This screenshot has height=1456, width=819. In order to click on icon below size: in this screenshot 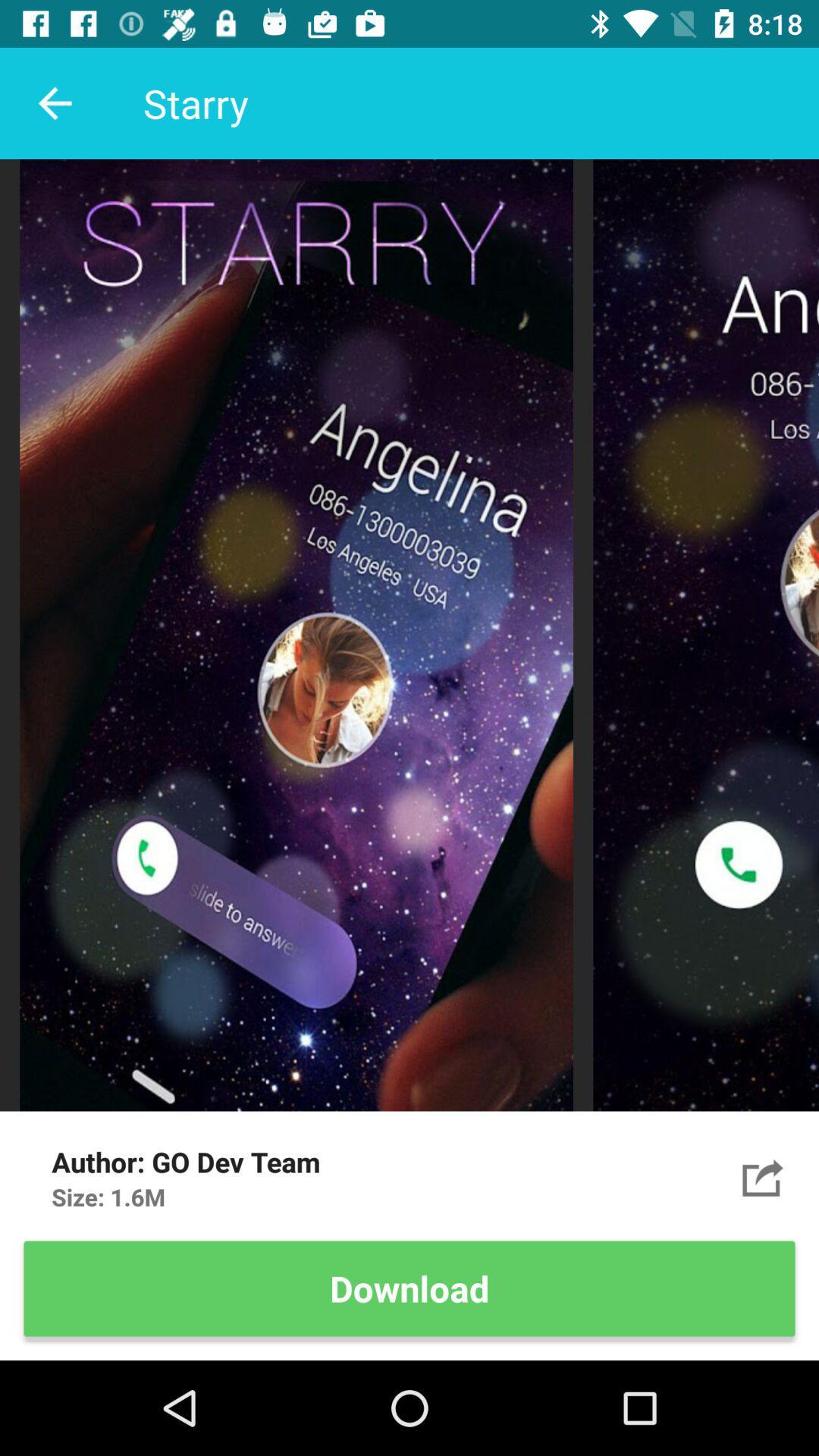, I will do `click(409, 1288)`.